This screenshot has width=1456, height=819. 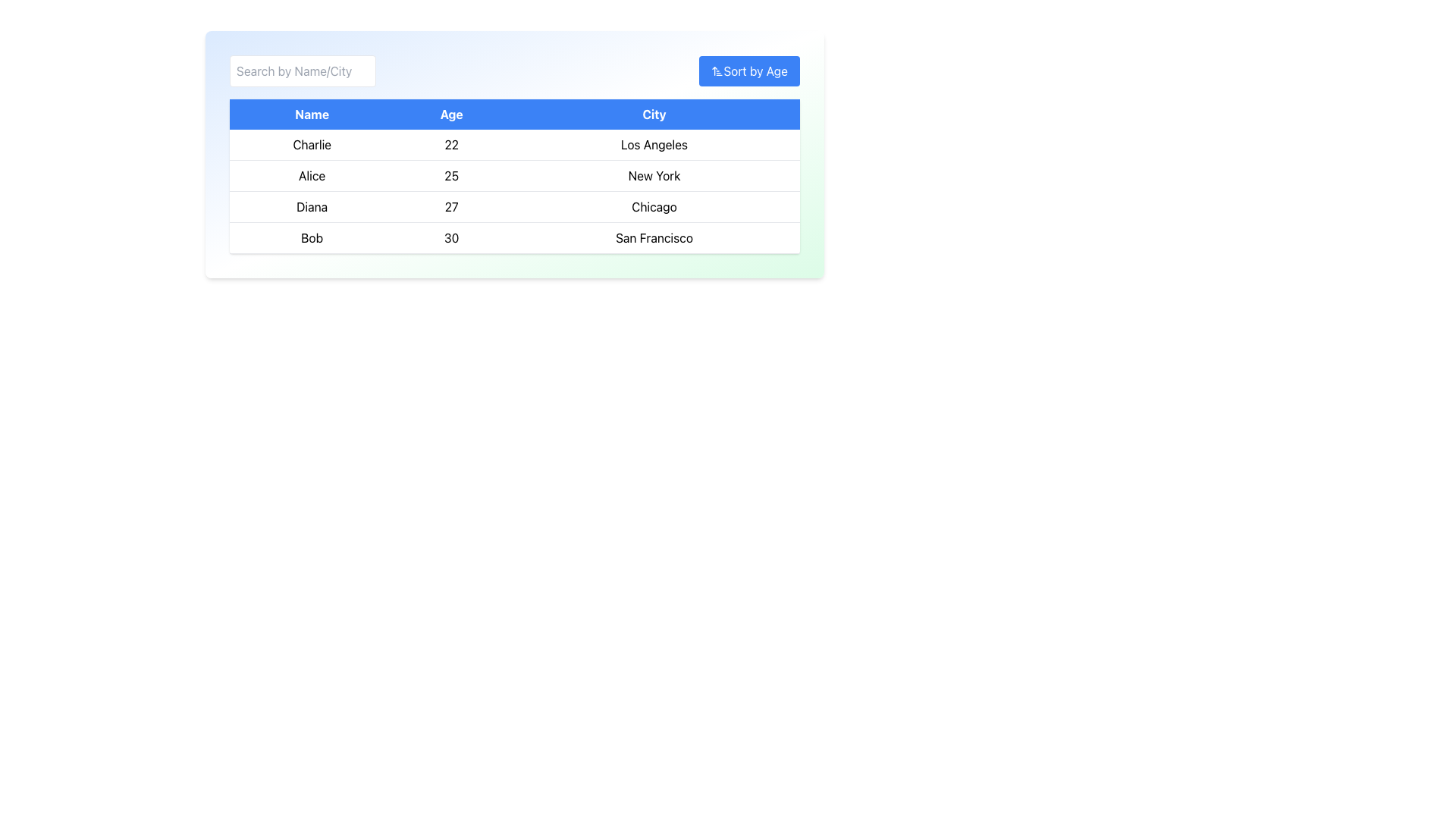 What do you see at coordinates (311, 237) in the screenshot?
I see `the Text Label displaying the name 'Bob' located in the fourth row of the 'Name' column in the table, which corresponds to age and city details` at bounding box center [311, 237].